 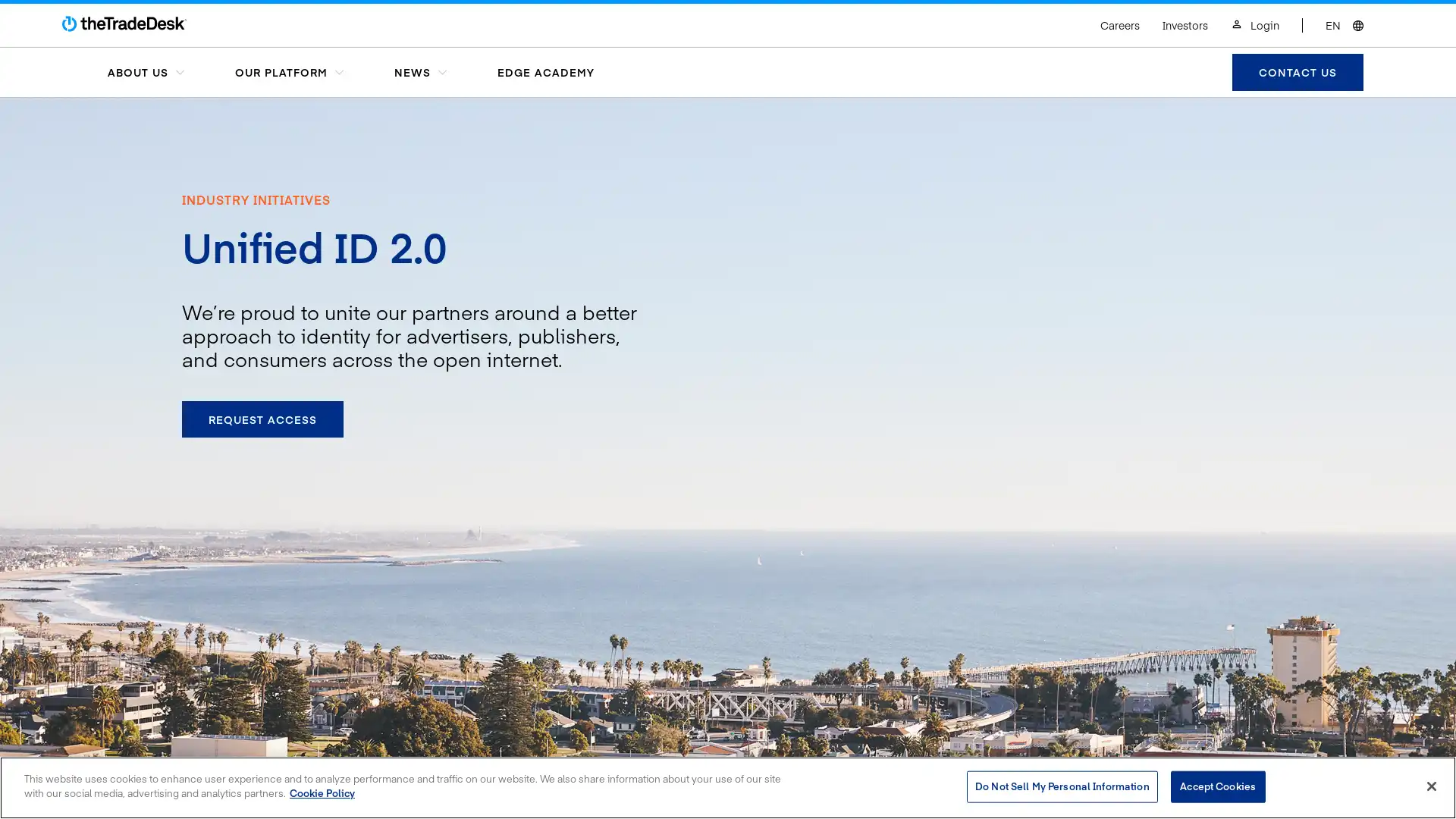 What do you see at coordinates (1217, 786) in the screenshot?
I see `Accept Cookies` at bounding box center [1217, 786].